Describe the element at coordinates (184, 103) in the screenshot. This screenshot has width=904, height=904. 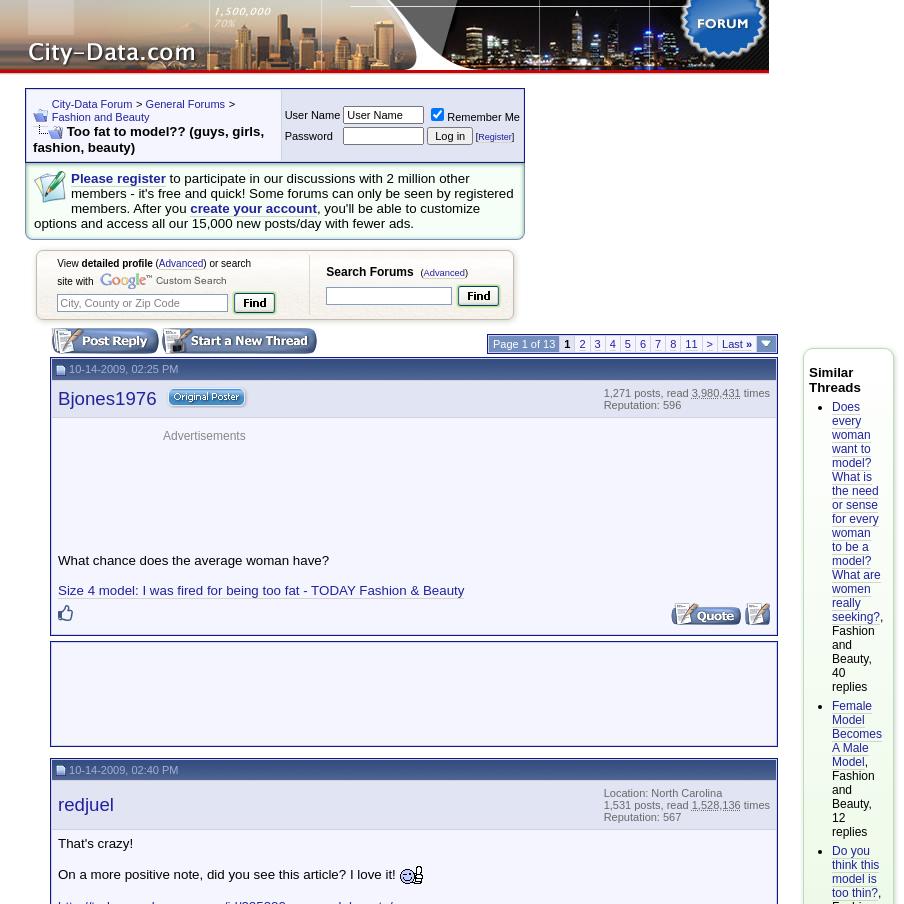
I see `'General Forums'` at that location.